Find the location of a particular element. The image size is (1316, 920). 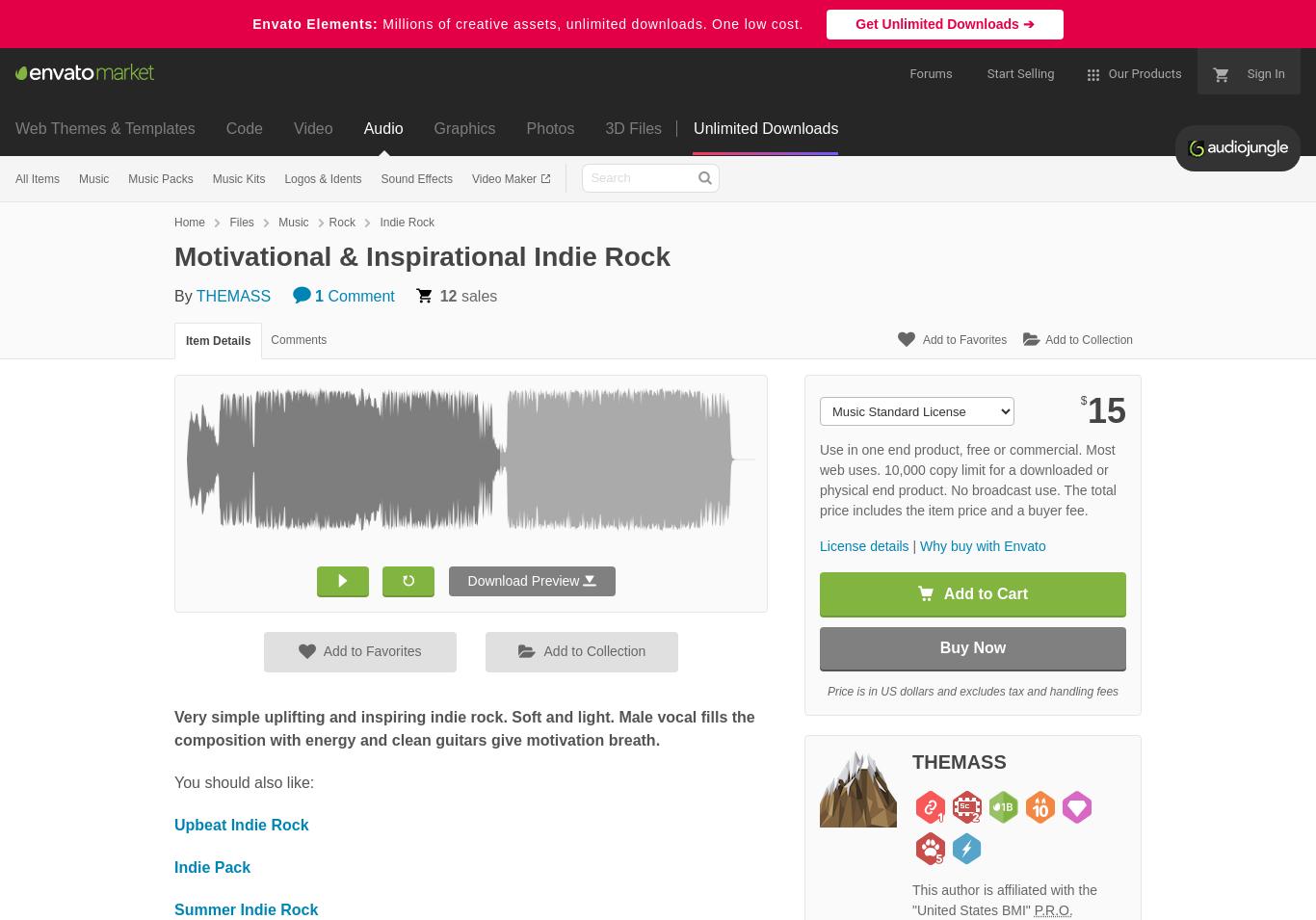

'Forums' is located at coordinates (909, 71).